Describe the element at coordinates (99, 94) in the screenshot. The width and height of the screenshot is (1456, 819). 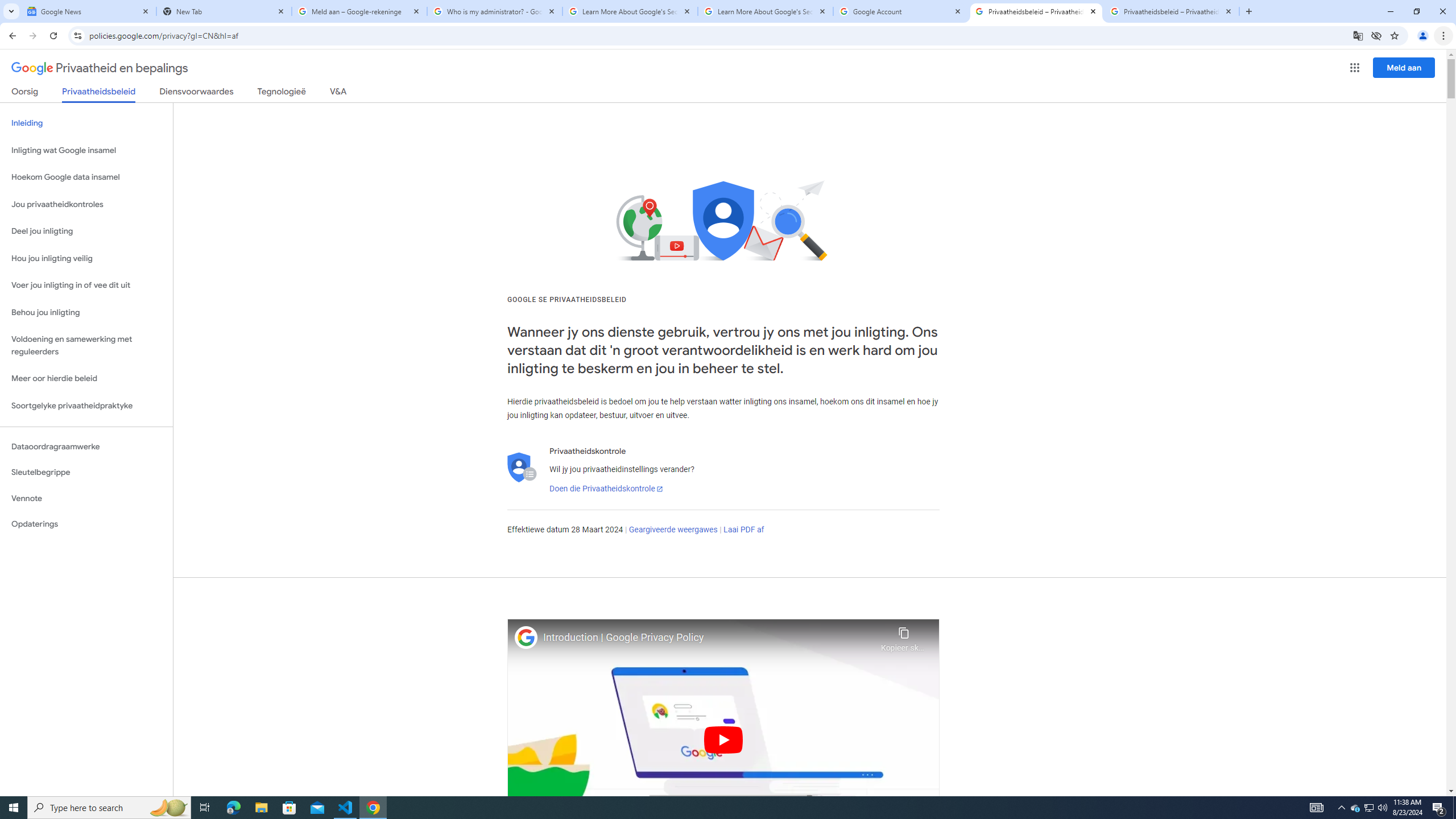
I see `'Privaatheidsbeleid'` at that location.